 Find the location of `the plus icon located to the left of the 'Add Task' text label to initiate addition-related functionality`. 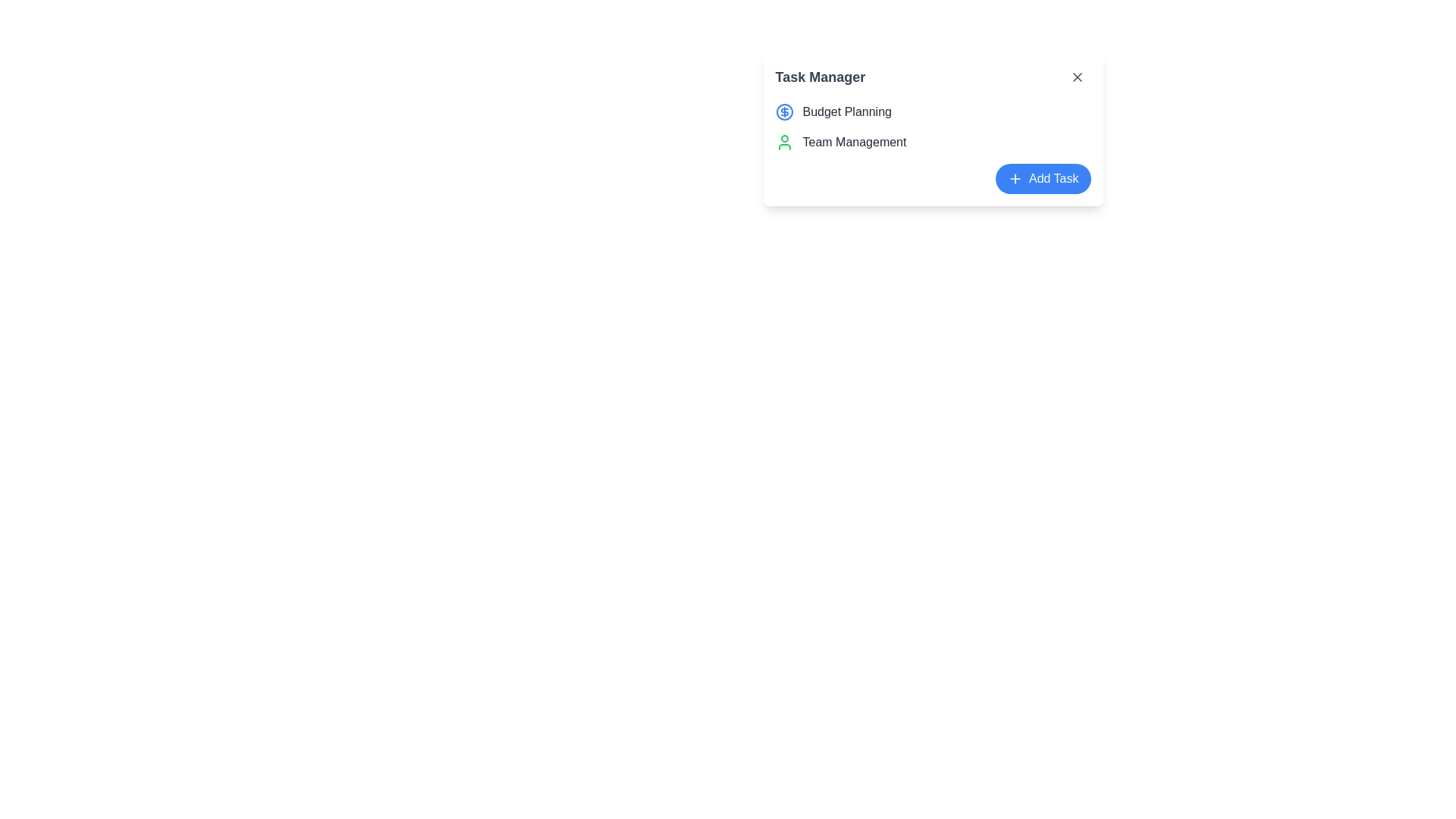

the plus icon located to the left of the 'Add Task' text label to initiate addition-related functionality is located at coordinates (1015, 177).